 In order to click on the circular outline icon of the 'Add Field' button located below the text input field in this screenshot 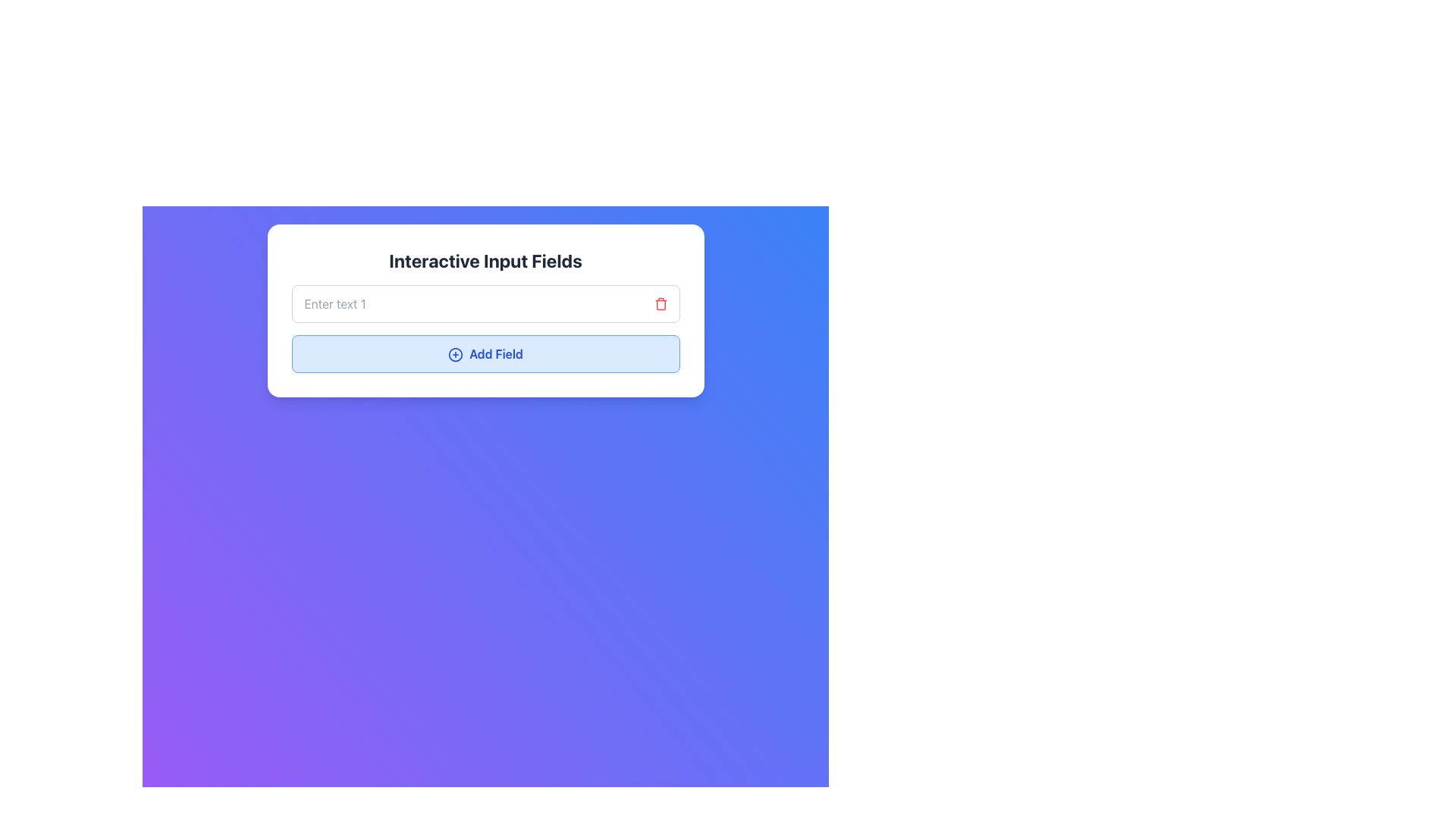, I will do `click(455, 354)`.